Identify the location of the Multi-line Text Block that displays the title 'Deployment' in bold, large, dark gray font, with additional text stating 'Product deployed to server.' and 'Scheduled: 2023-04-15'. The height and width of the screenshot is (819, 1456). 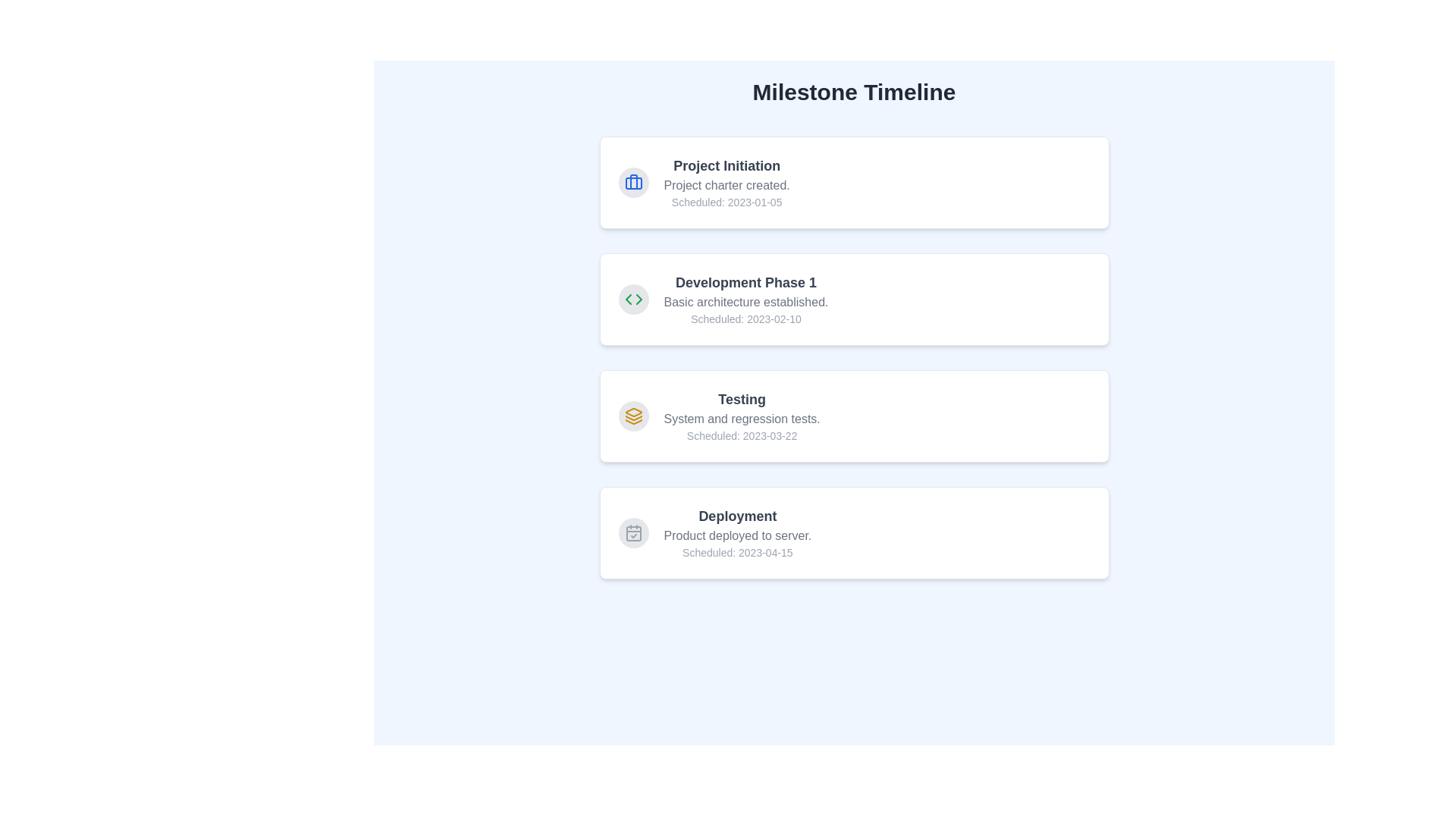
(737, 532).